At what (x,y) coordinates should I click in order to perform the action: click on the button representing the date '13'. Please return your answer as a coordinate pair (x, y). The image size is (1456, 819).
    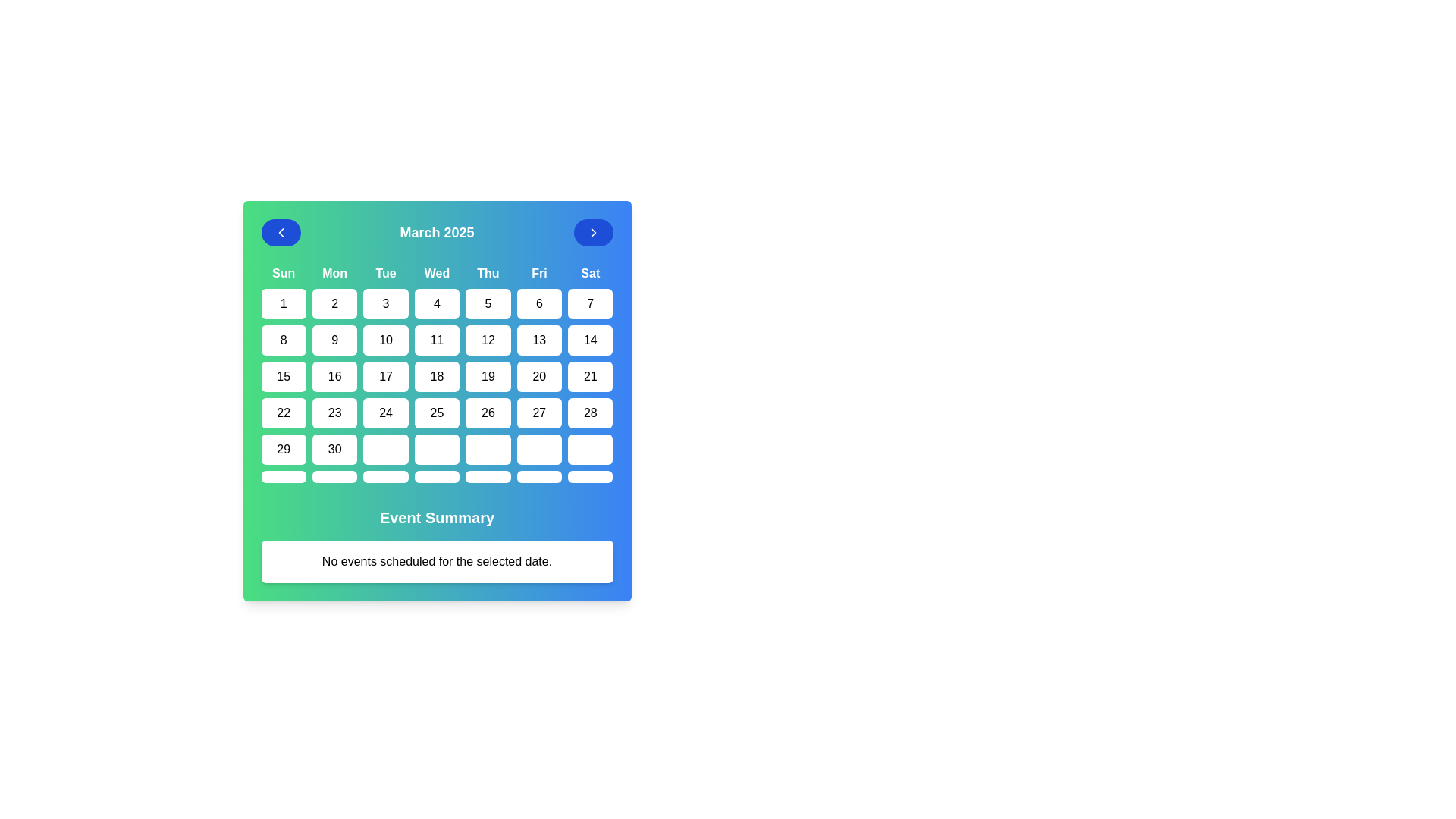
    Looking at the image, I should click on (539, 339).